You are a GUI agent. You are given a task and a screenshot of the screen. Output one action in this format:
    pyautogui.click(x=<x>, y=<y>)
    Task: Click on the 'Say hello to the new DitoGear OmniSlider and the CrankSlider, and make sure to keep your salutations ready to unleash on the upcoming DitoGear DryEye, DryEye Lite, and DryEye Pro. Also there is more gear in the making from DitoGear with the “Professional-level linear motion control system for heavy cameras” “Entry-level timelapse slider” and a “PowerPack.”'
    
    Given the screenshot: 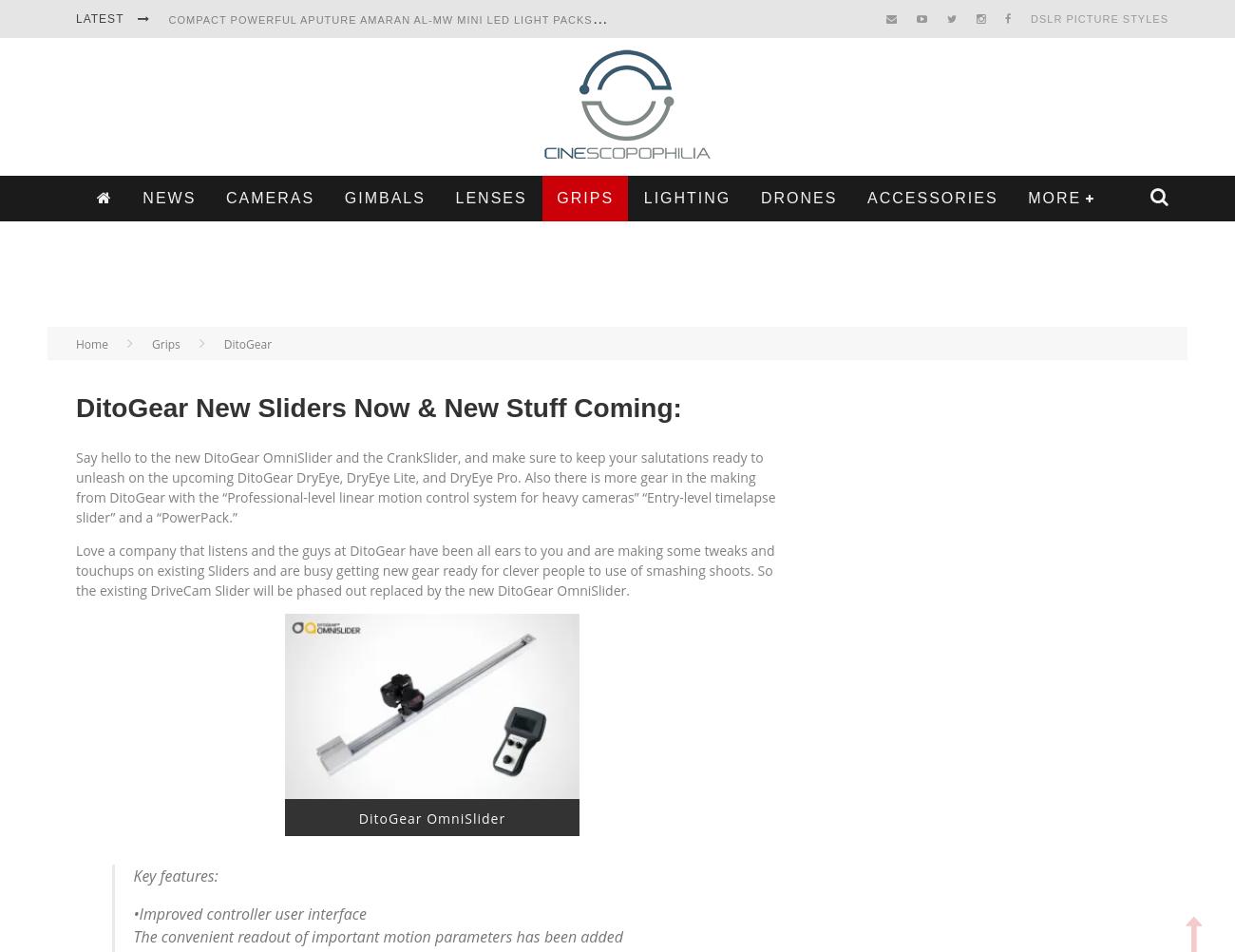 What is the action you would take?
    pyautogui.click(x=75, y=487)
    